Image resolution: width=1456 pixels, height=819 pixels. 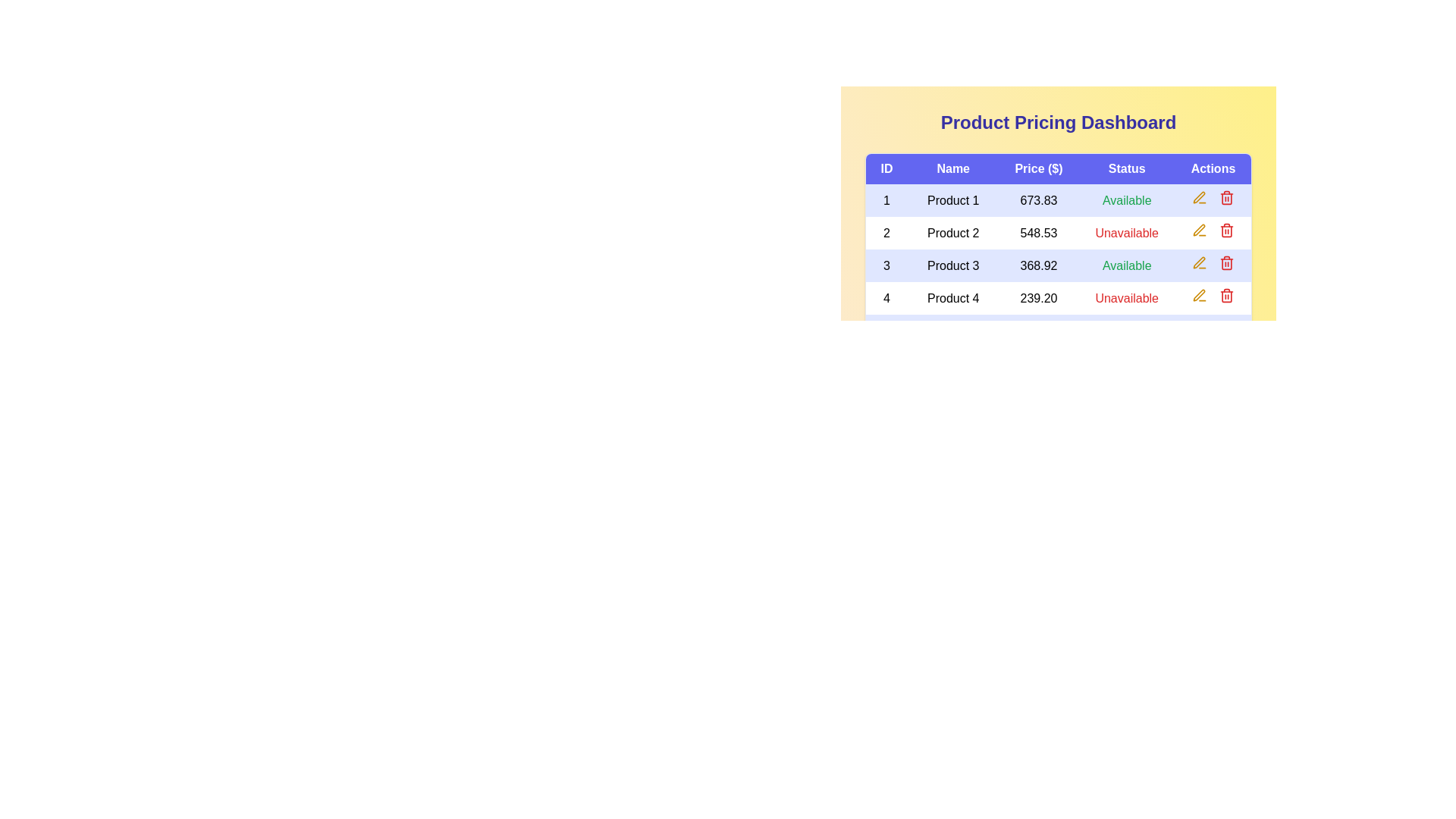 I want to click on the 'Edit' button for product 1, so click(x=1198, y=197).